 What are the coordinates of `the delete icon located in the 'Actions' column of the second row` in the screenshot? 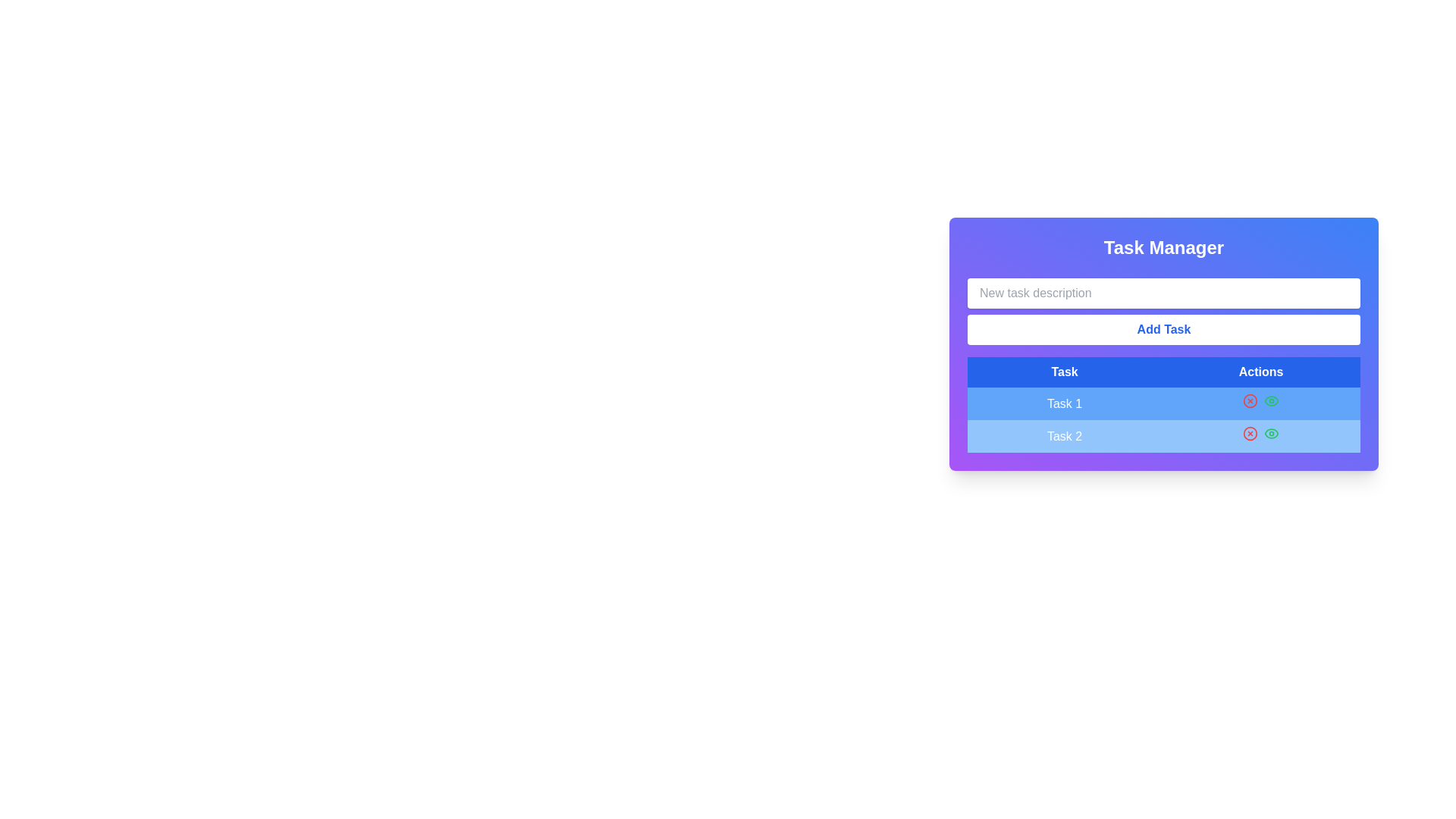 It's located at (1250, 433).